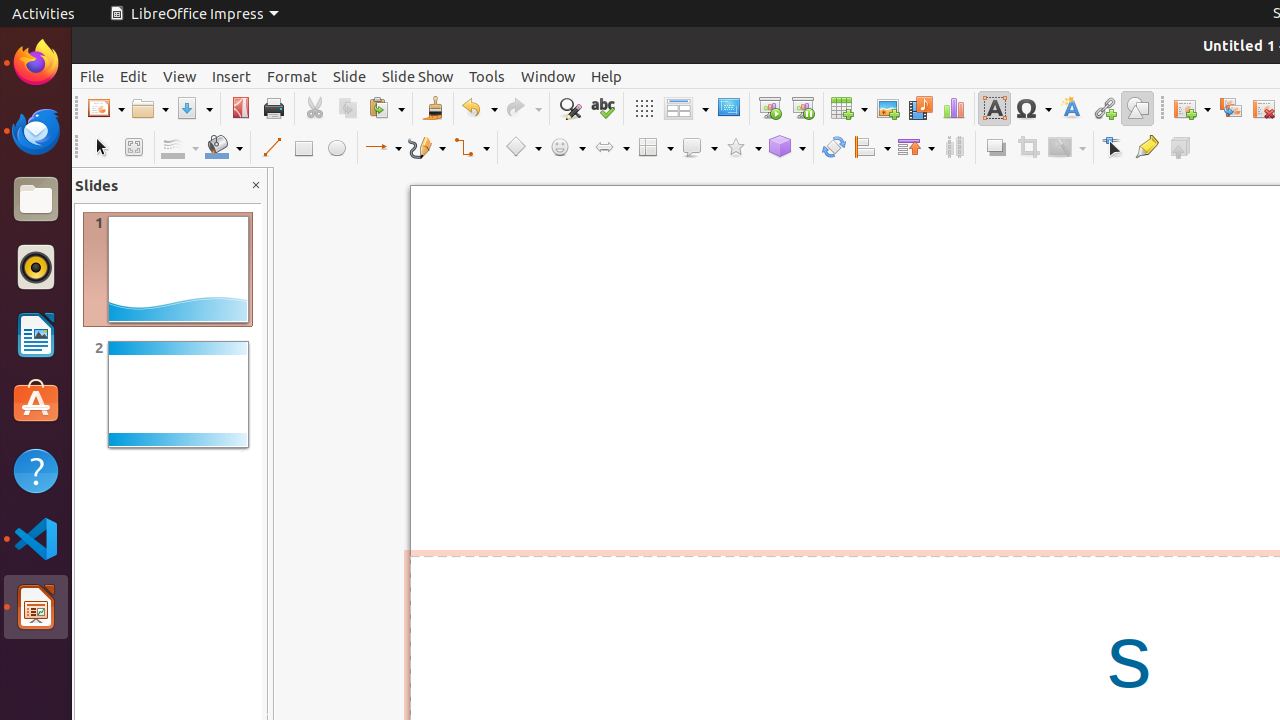 The height and width of the screenshot is (720, 1280). I want to click on 'Find & Replace', so click(568, 108).